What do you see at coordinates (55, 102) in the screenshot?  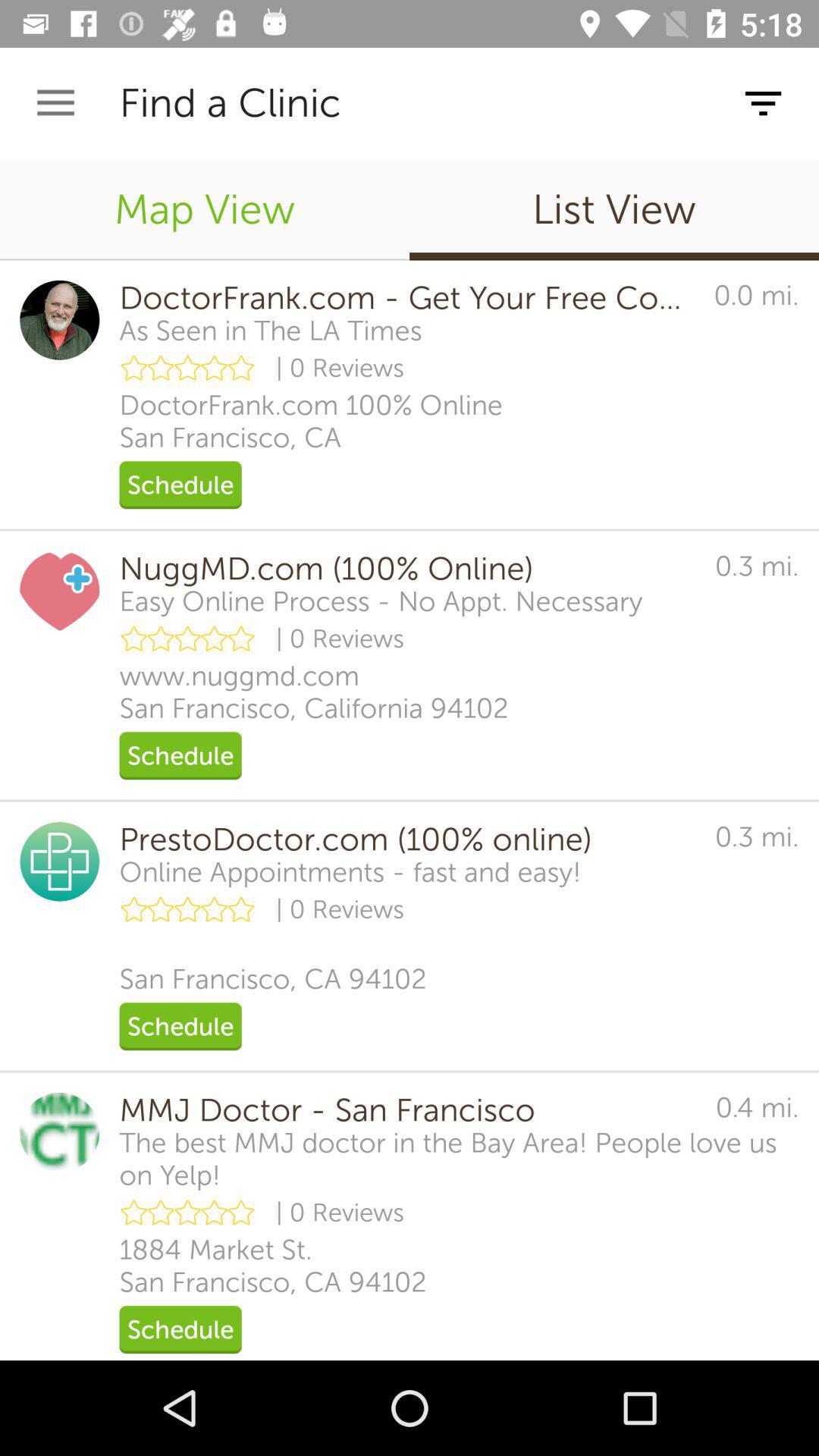 I see `icon next to find a clinic item` at bounding box center [55, 102].